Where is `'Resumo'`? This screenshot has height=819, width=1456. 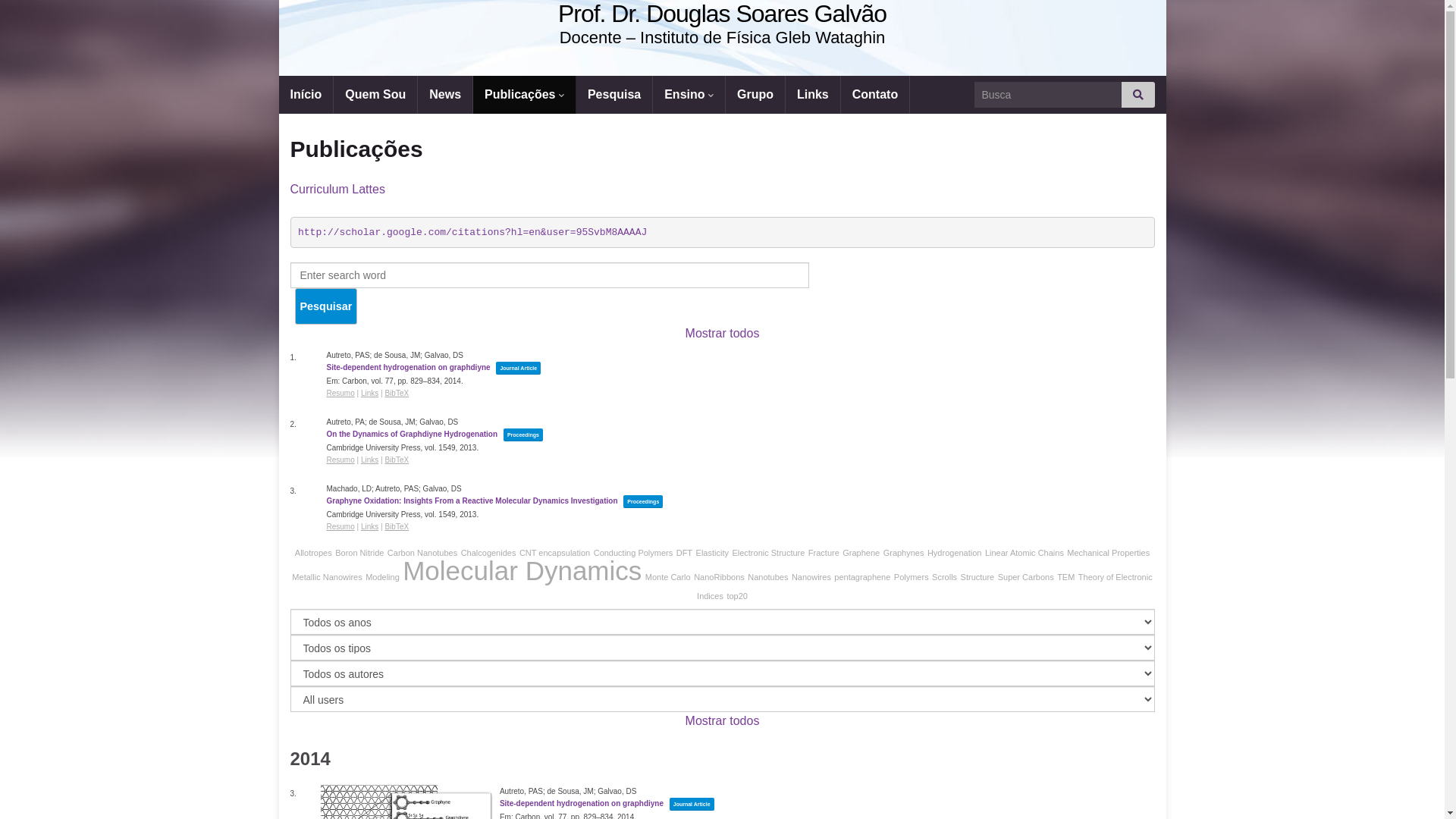
'Resumo' is located at coordinates (325, 392).